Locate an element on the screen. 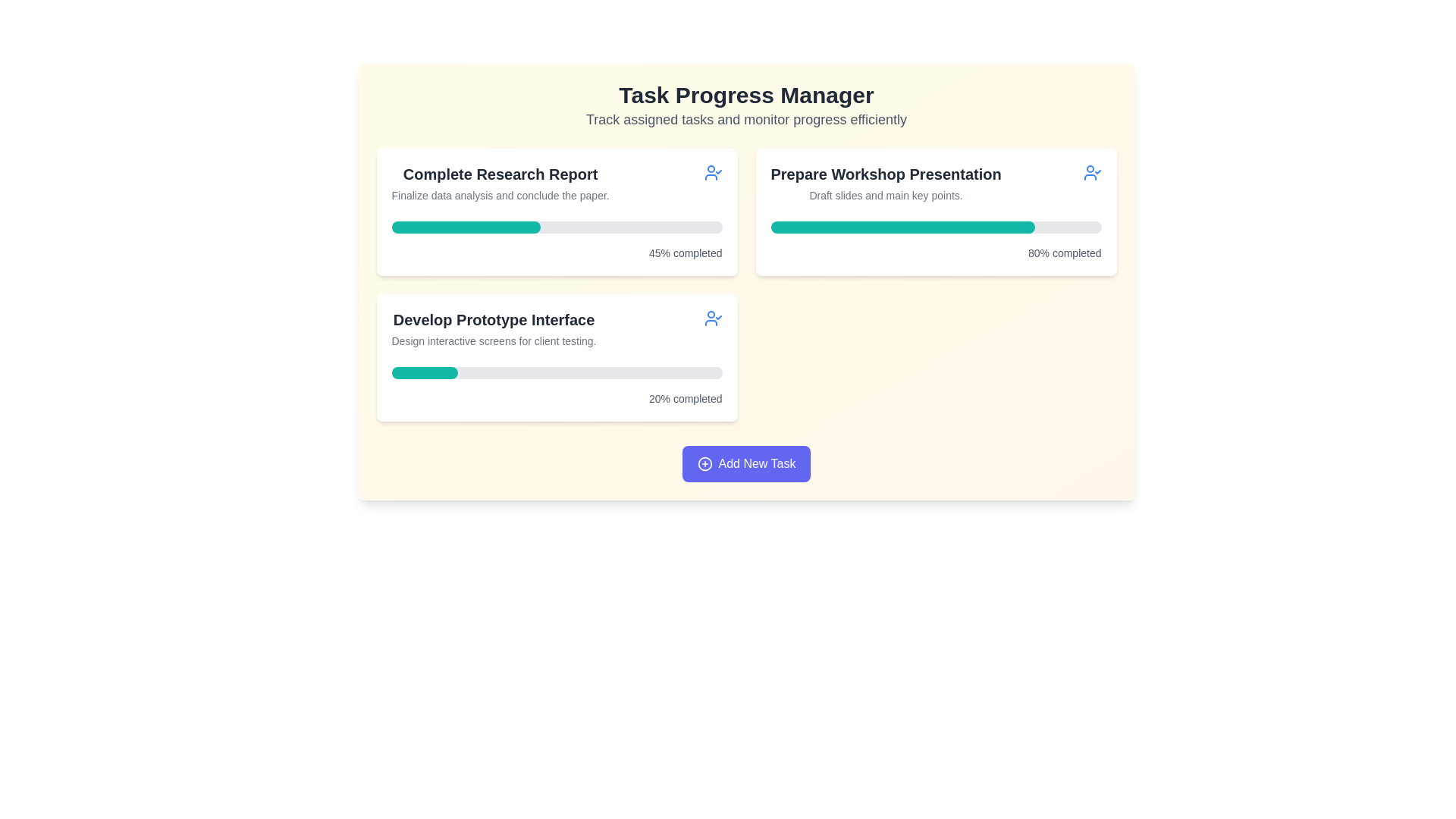 The width and height of the screenshot is (1456, 819). the progress bar indicating 45% completion within the 'Complete Research Report' task card in the top left corner of the layout is located at coordinates (465, 227).